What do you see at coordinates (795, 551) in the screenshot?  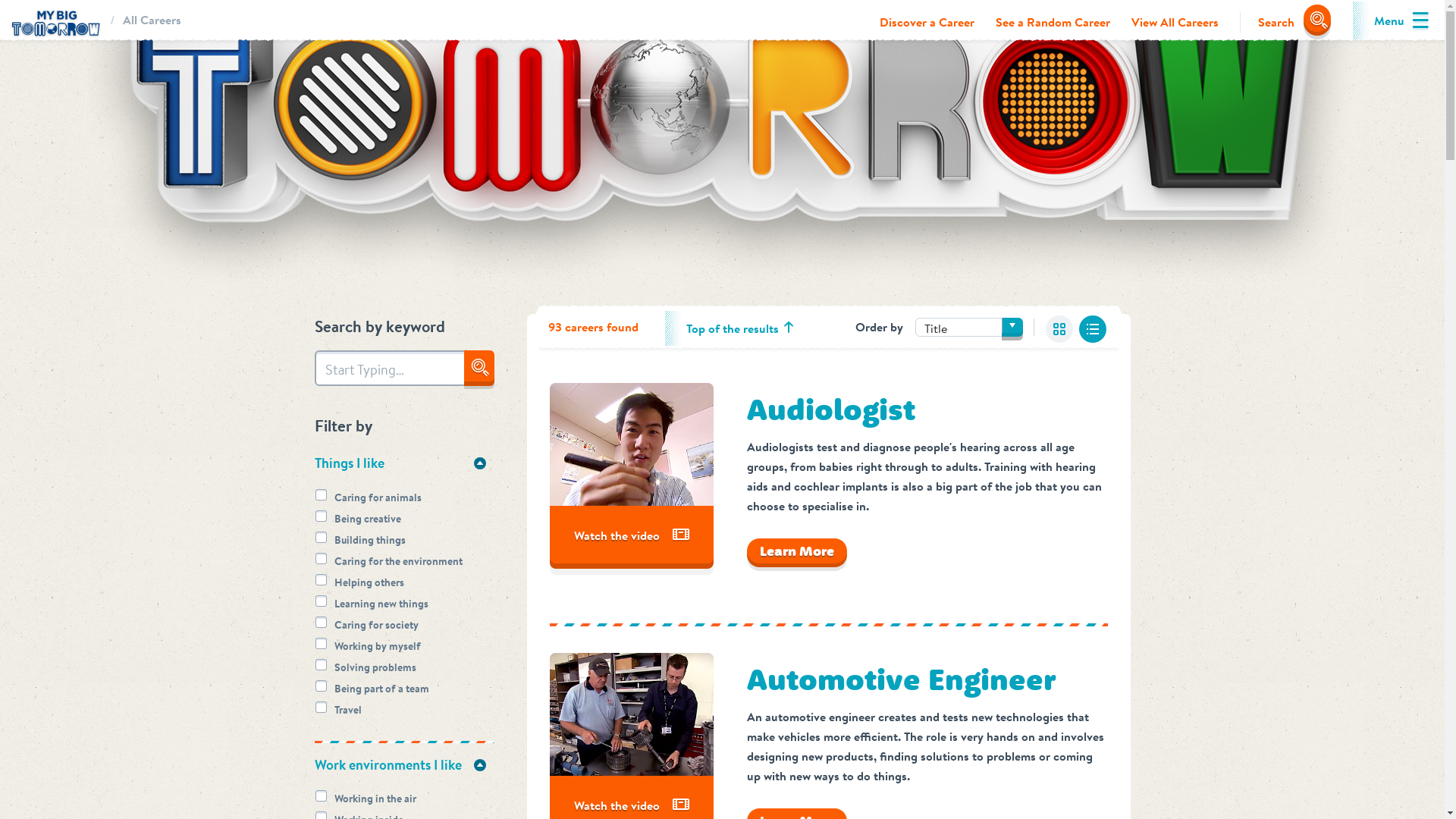 I see `'Learn More'` at bounding box center [795, 551].